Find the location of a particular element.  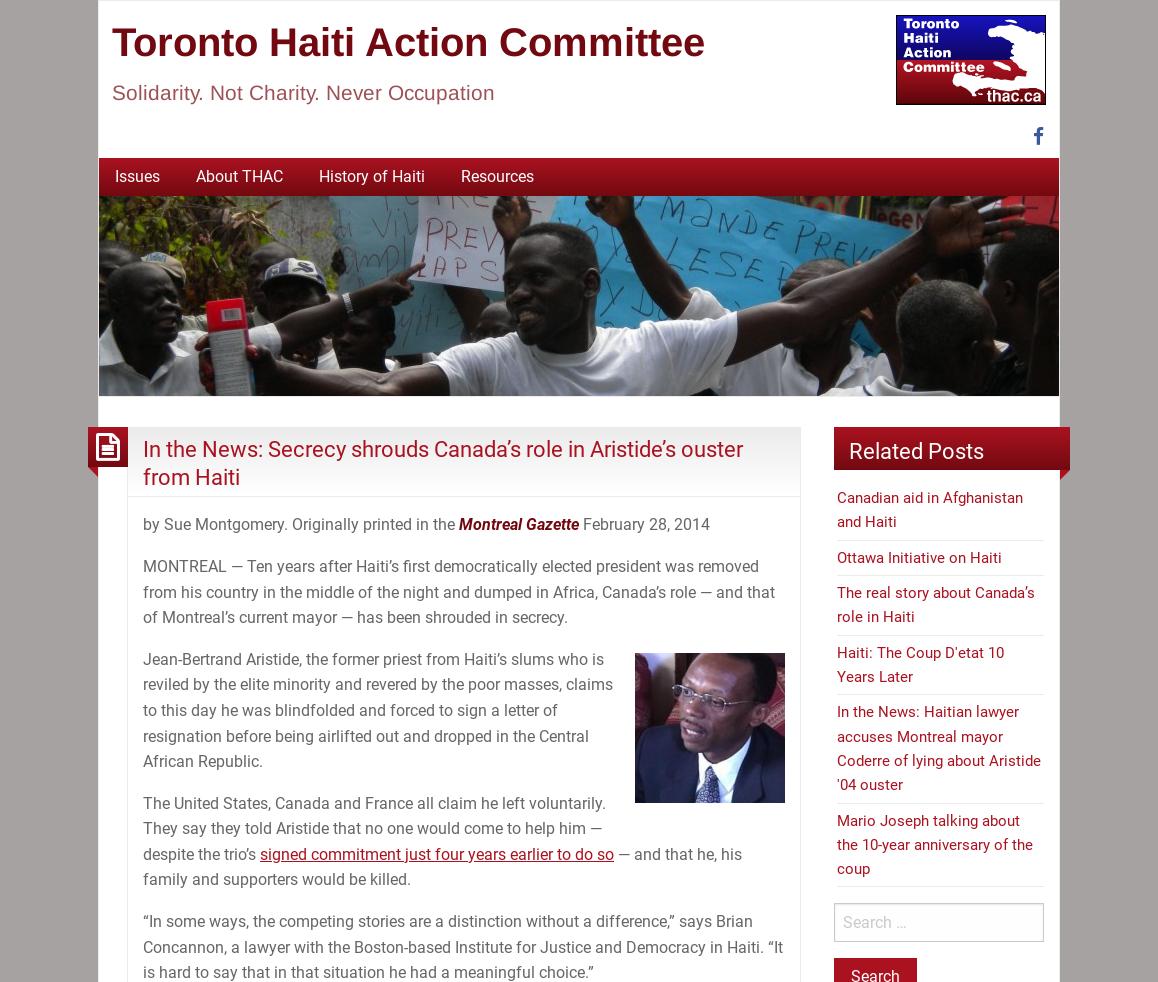

'Issues' is located at coordinates (136, 175).